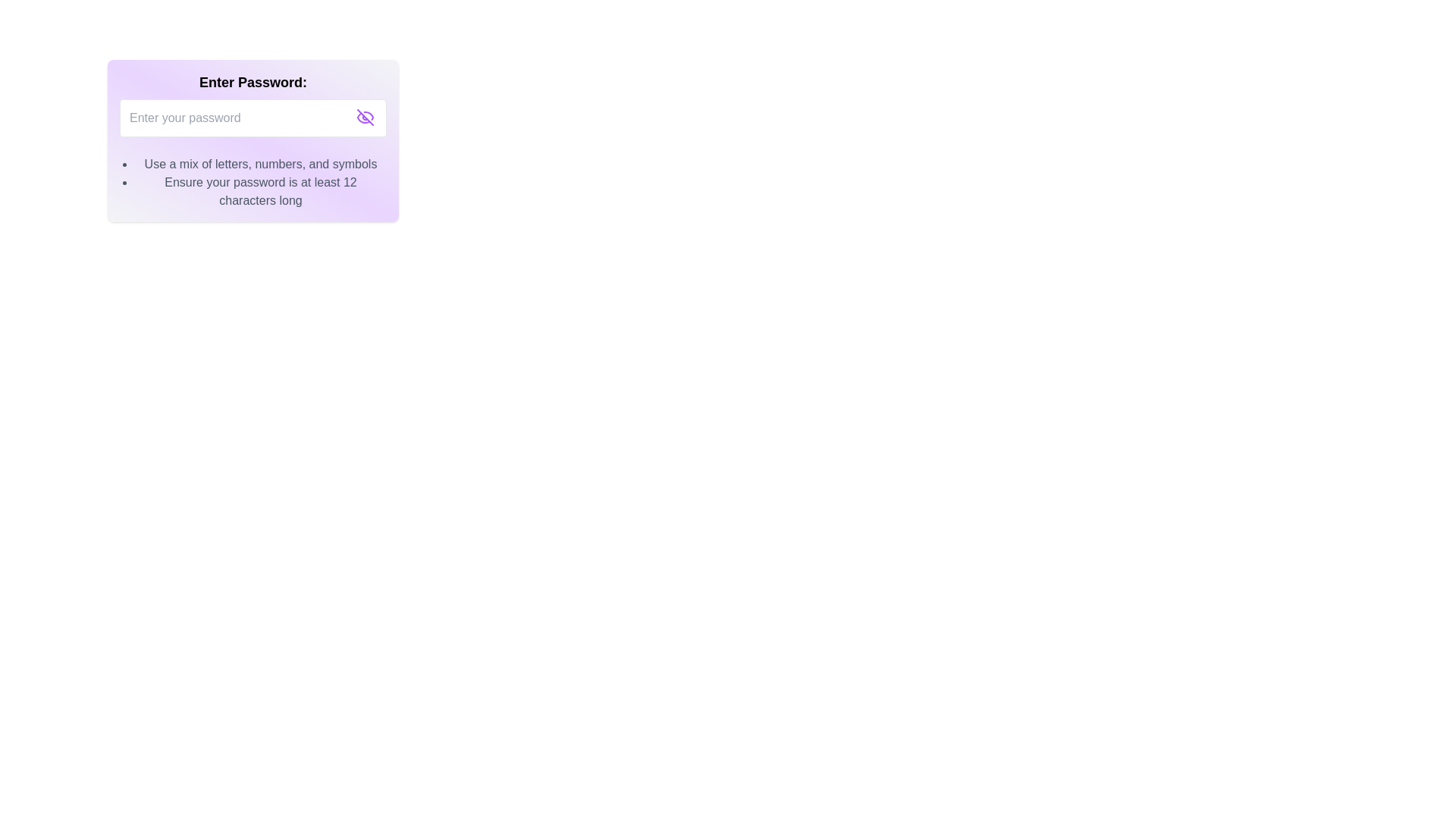  I want to click on the informational Text label that prompts users to create a secure password, which is the second item in a bulleted list beneath the 'Enter Password' section, so click(261, 191).